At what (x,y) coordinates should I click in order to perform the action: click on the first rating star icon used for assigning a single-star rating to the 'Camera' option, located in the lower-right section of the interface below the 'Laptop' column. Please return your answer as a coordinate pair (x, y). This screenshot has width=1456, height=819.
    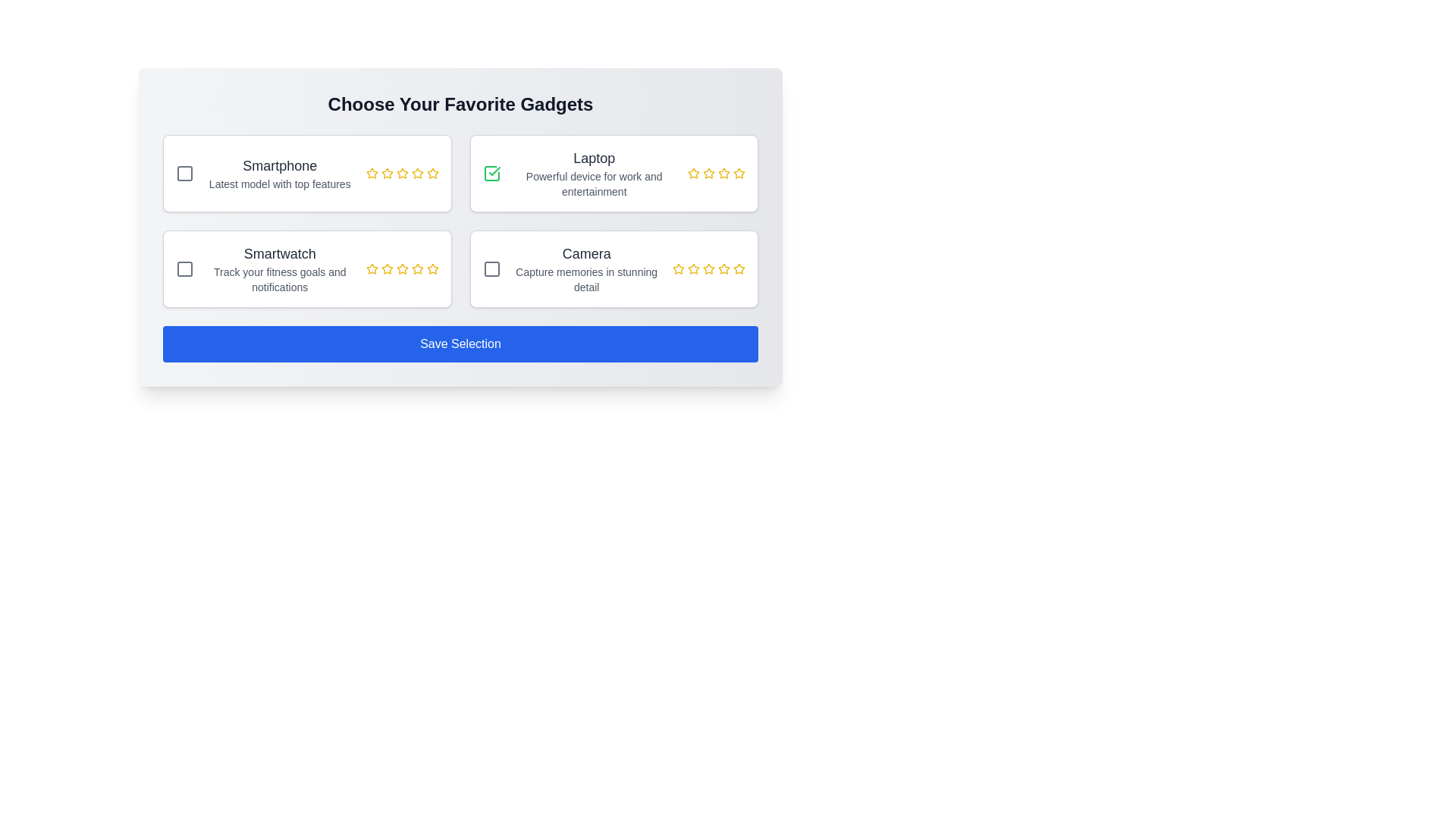
    Looking at the image, I should click on (677, 268).